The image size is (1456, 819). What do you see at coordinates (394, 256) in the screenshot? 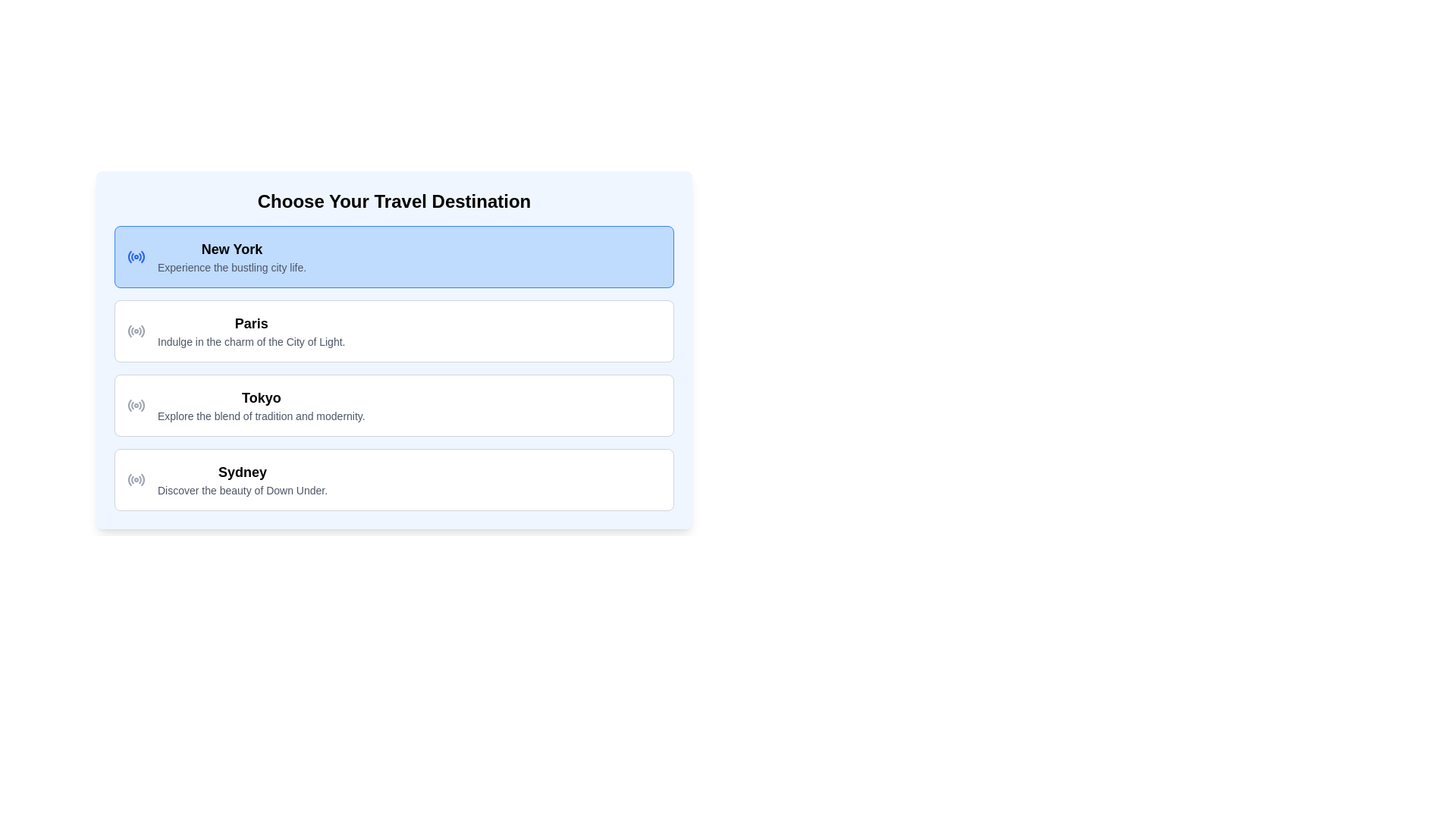
I see `the 'New York' destination card, which is the first item in the vertical list of destination cards` at bounding box center [394, 256].